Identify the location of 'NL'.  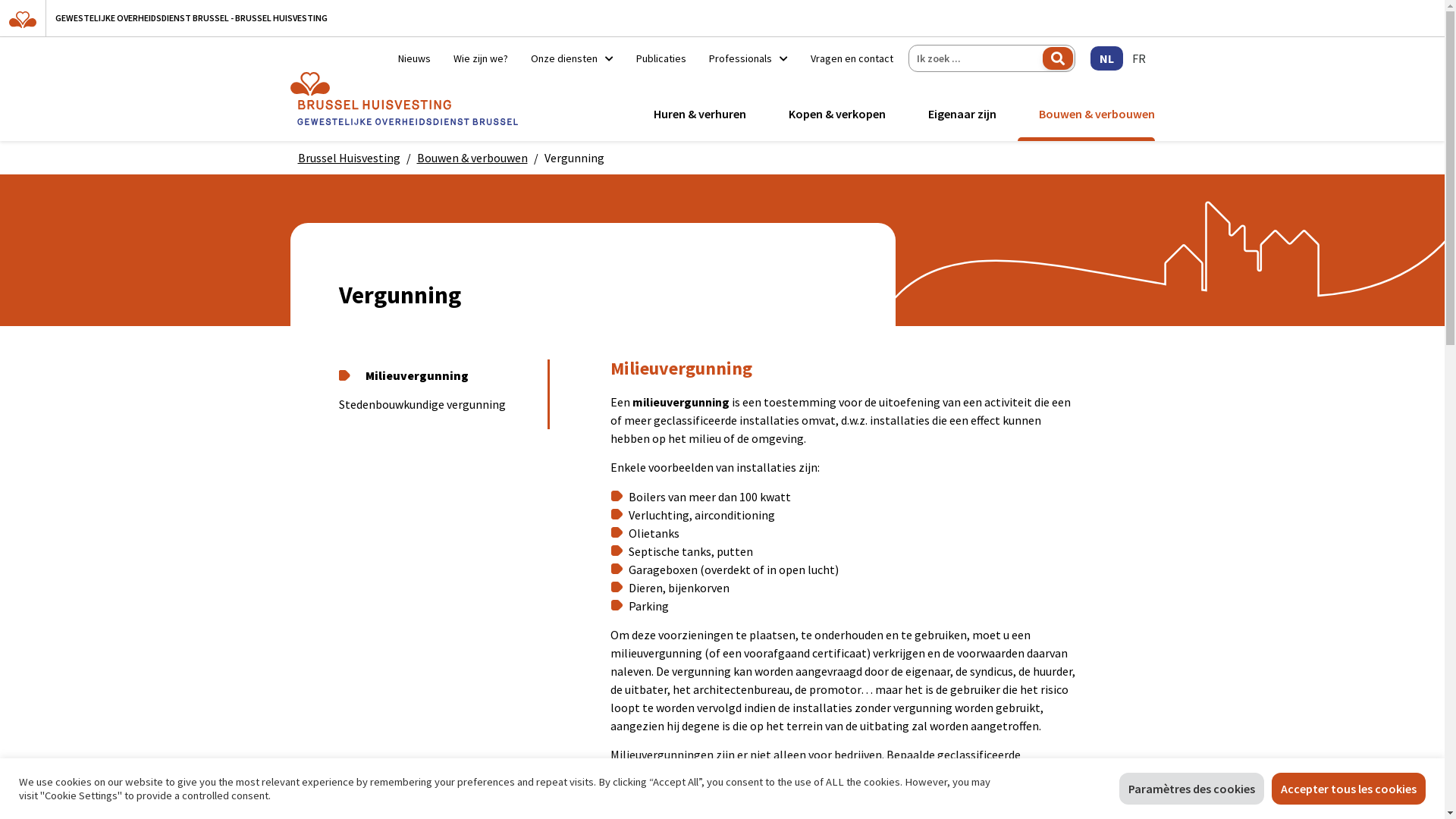
(1106, 58).